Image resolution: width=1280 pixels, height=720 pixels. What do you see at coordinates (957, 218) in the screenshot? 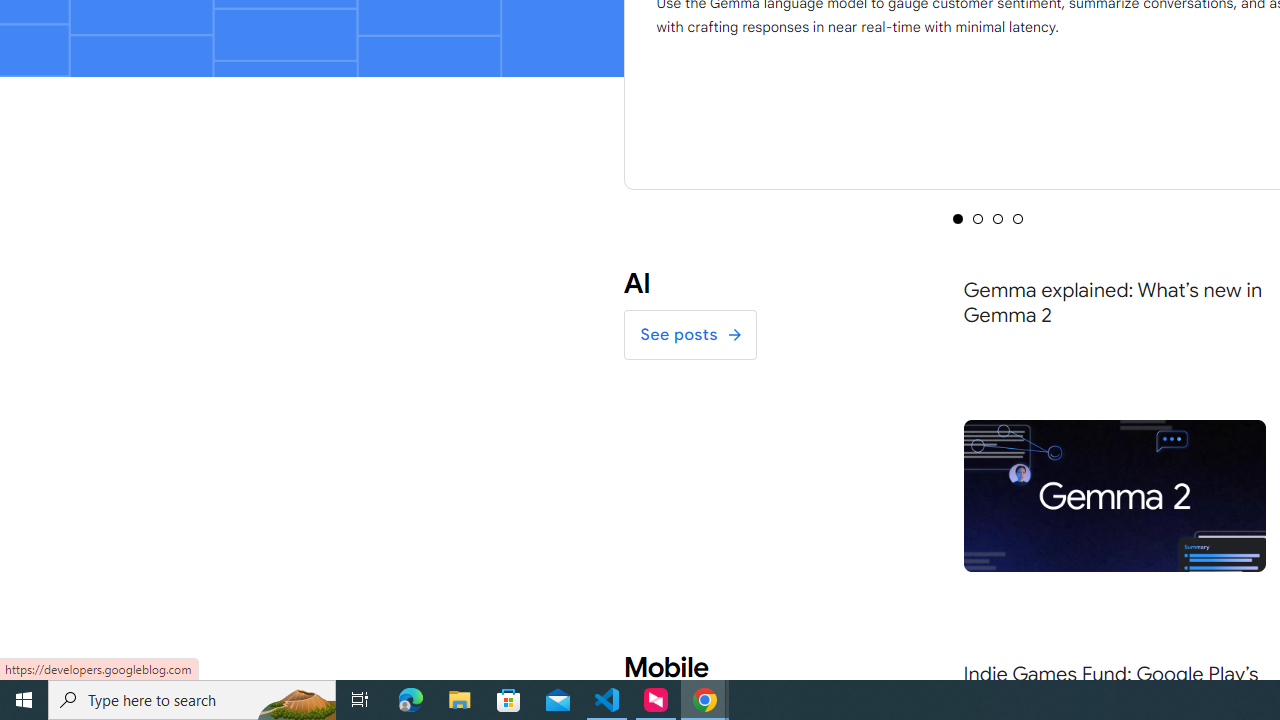
I see `'Selected tab 1 of 4'` at bounding box center [957, 218].